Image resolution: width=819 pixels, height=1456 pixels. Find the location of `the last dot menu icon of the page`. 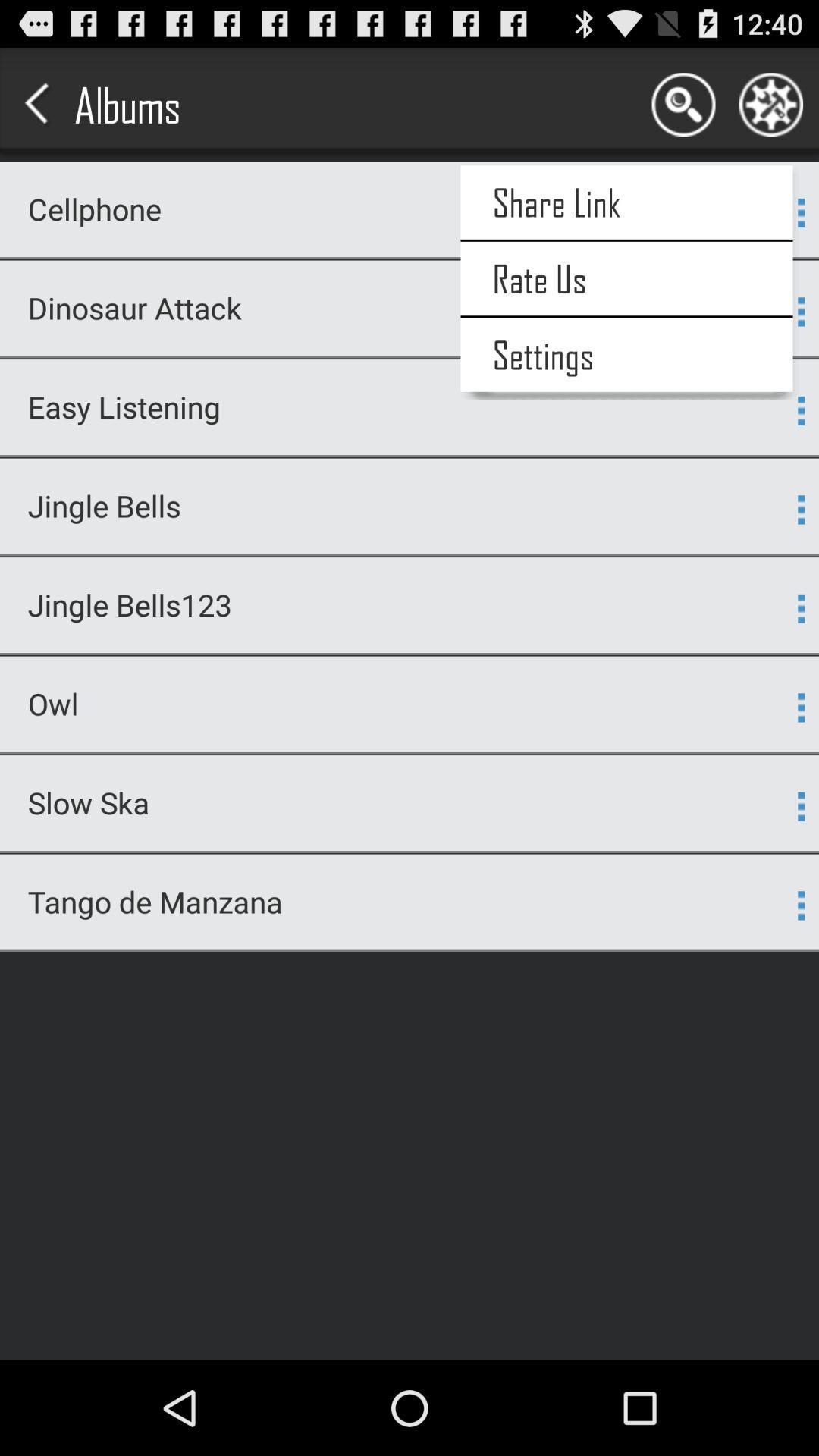

the last dot menu icon of the page is located at coordinates (800, 905).